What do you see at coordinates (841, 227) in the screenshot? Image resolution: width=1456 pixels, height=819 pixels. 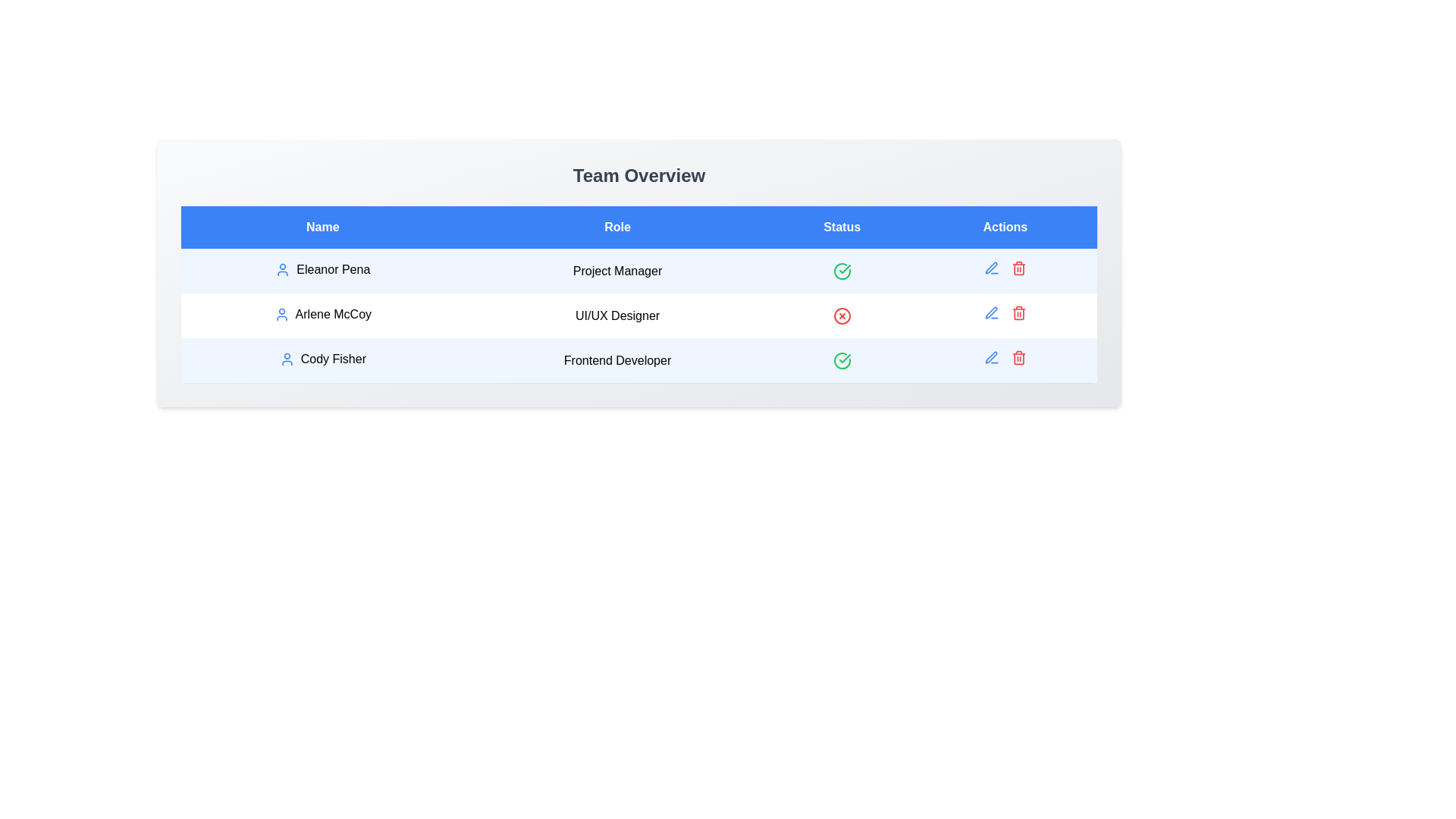 I see `the 'Status' text label, which is a blue cell with white bold text, located near the center-right of the page` at bounding box center [841, 227].